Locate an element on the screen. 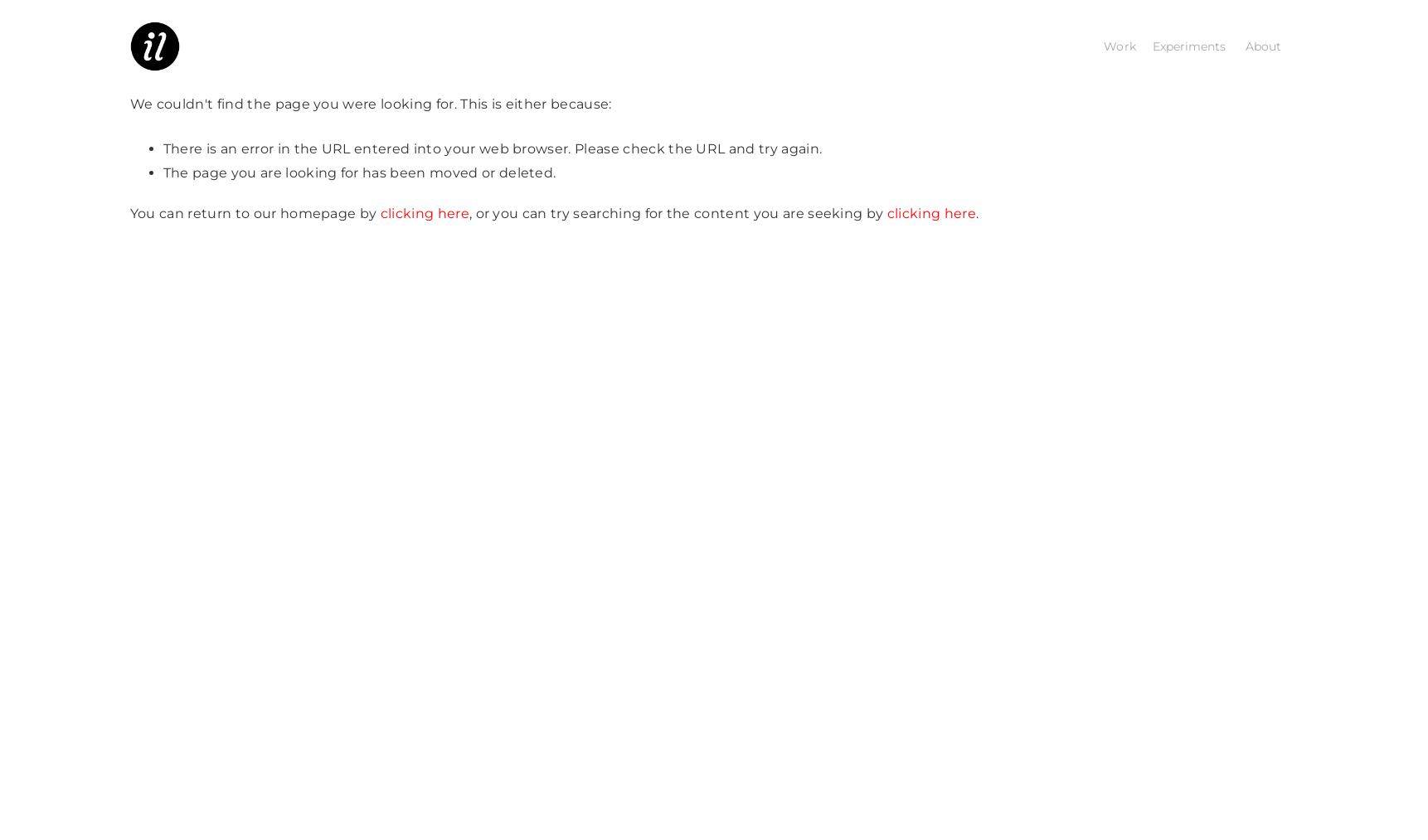 The image size is (1428, 840). 'The page you are looking for has been moved or deleted.' is located at coordinates (358, 171).